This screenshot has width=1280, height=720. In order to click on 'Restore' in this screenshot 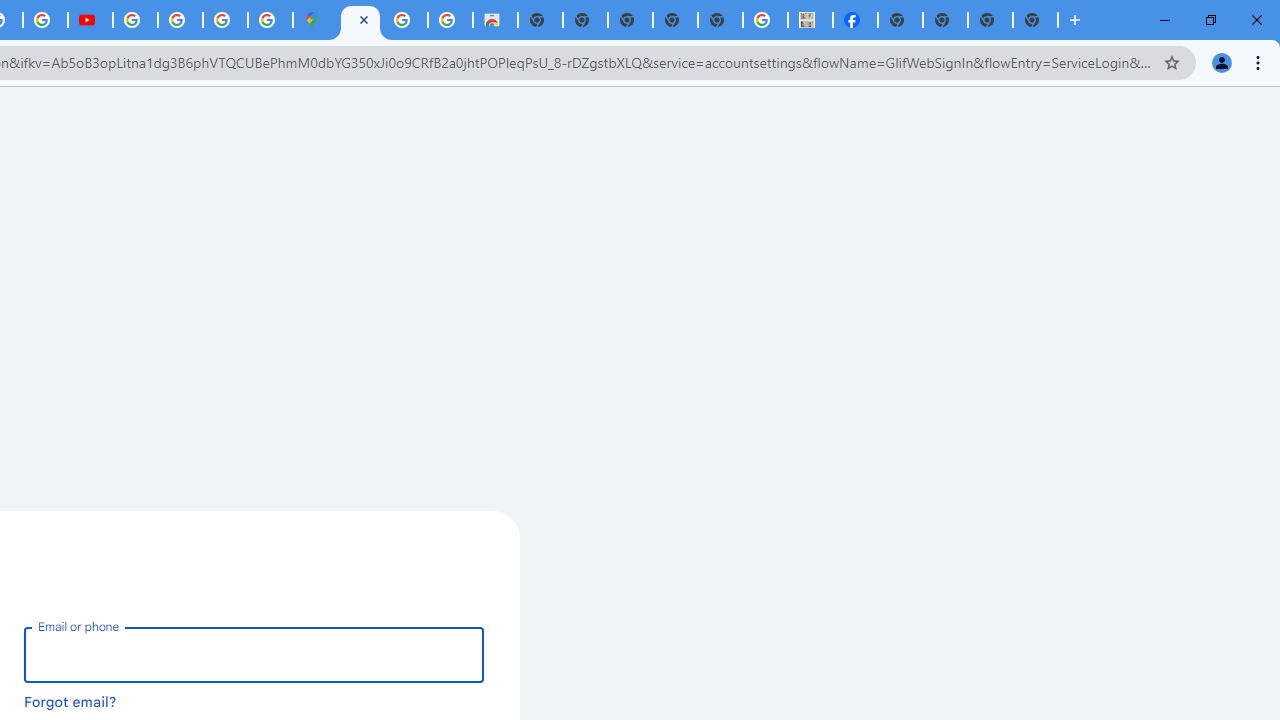, I will do `click(1209, 20)`.